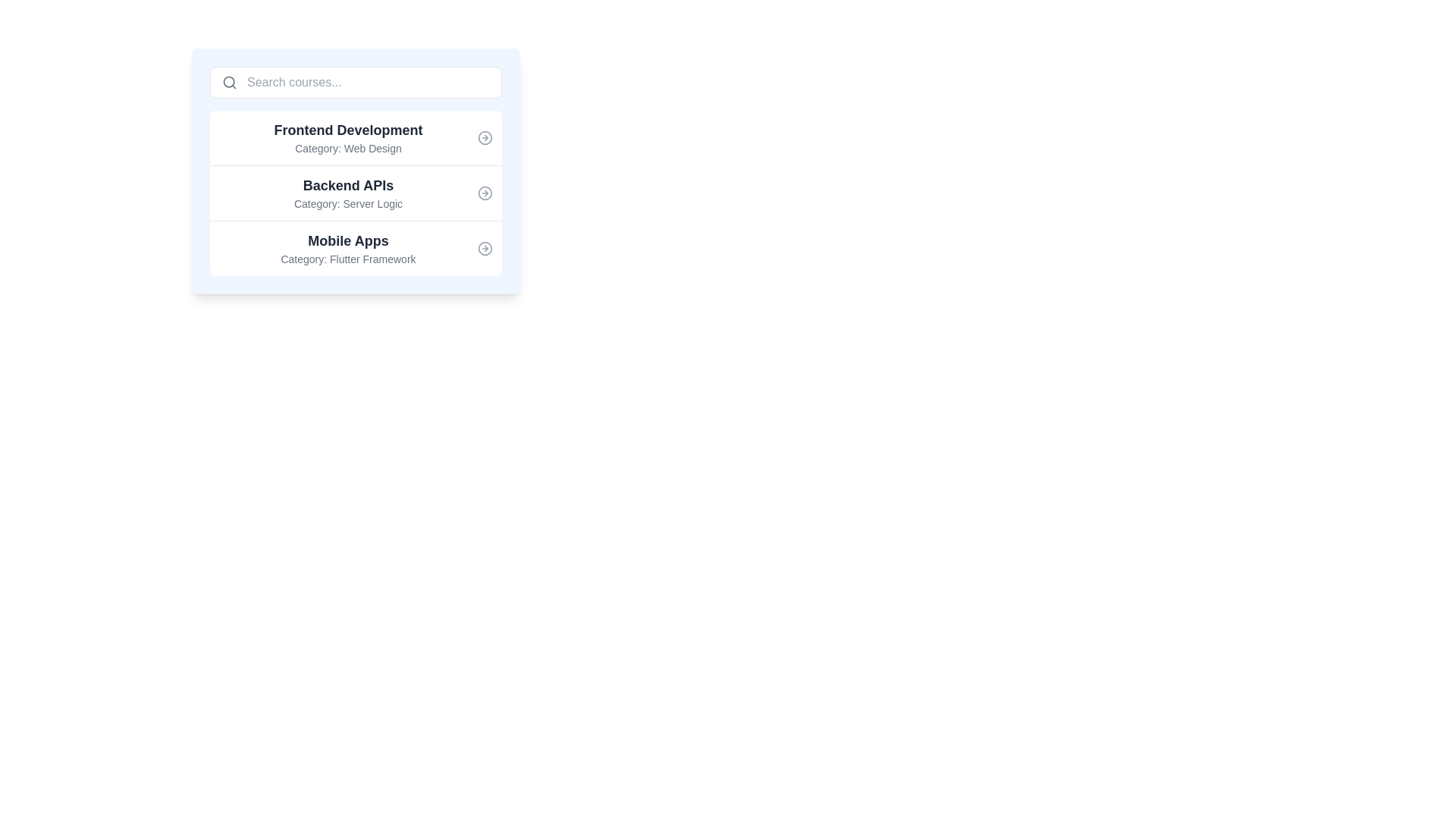 Image resolution: width=1456 pixels, height=819 pixels. What do you see at coordinates (355, 192) in the screenshot?
I see `the menu item labeled 'Backend APIs' which is styled with a white background and rounded edges, positioned between 'Frontend Development' and 'Mobile Apps'` at bounding box center [355, 192].